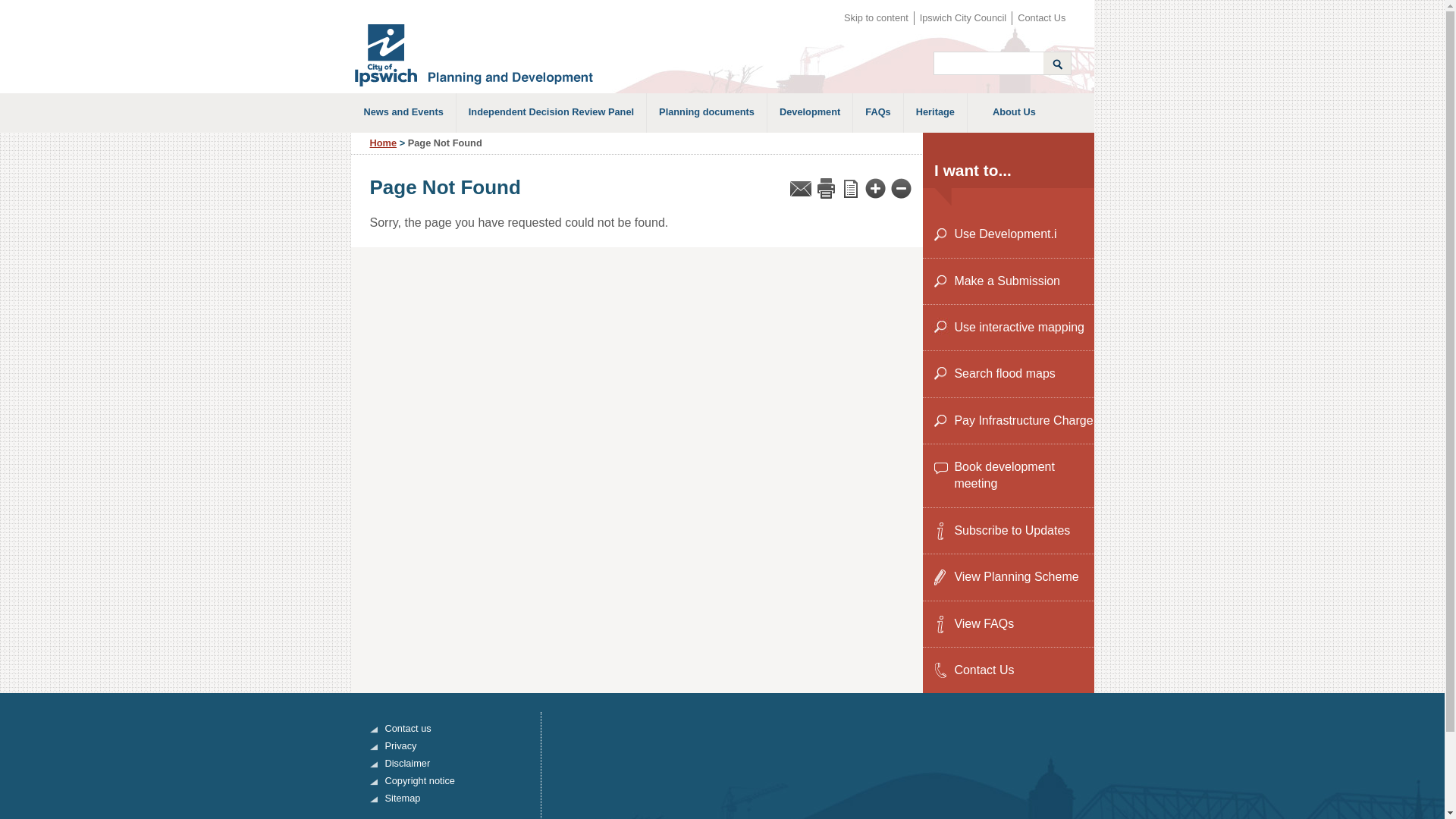  Describe the element at coordinates (930, 281) in the screenshot. I see `'Make a Submission'` at that location.